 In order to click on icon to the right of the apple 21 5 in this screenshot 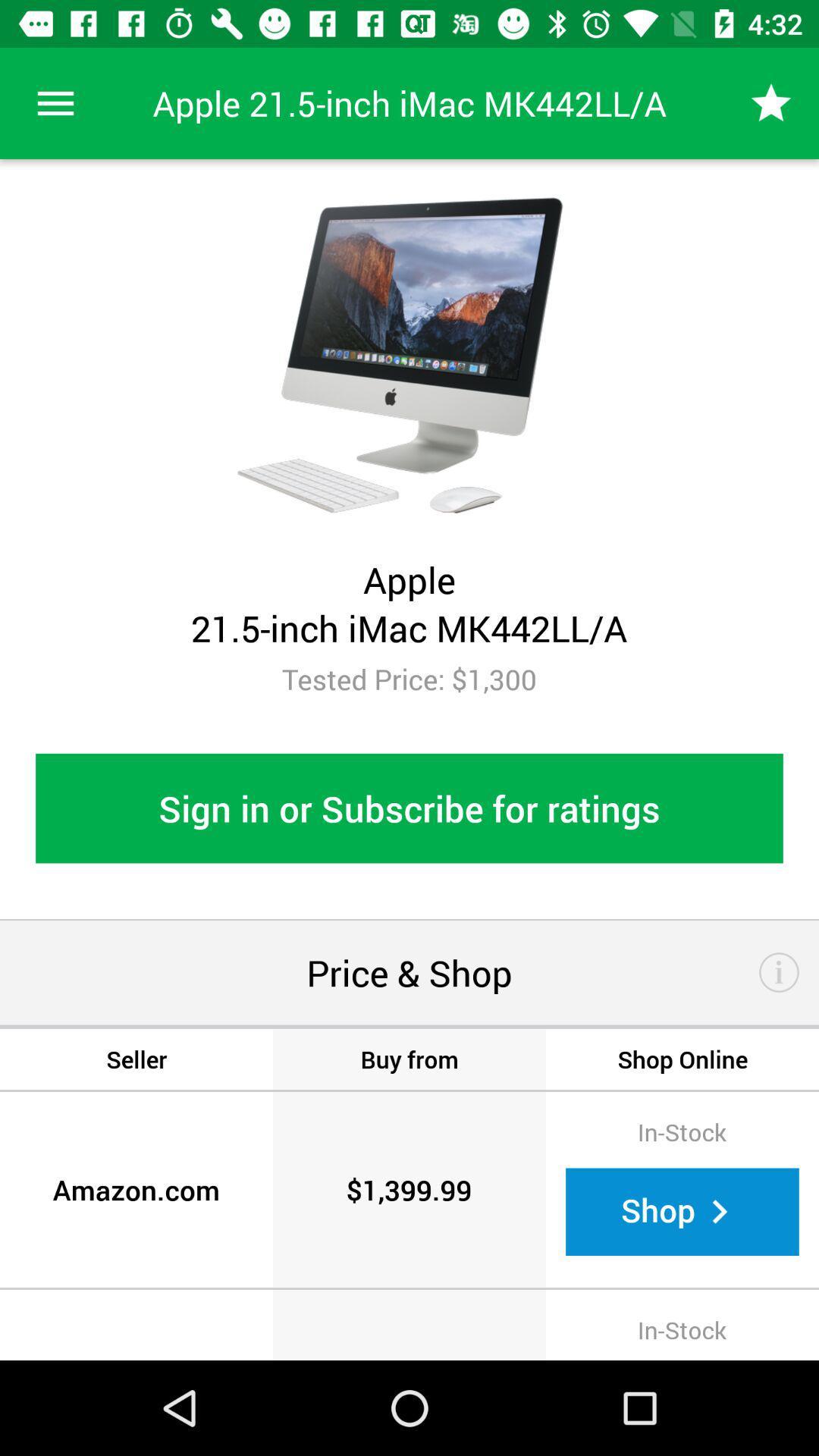, I will do `click(771, 102)`.